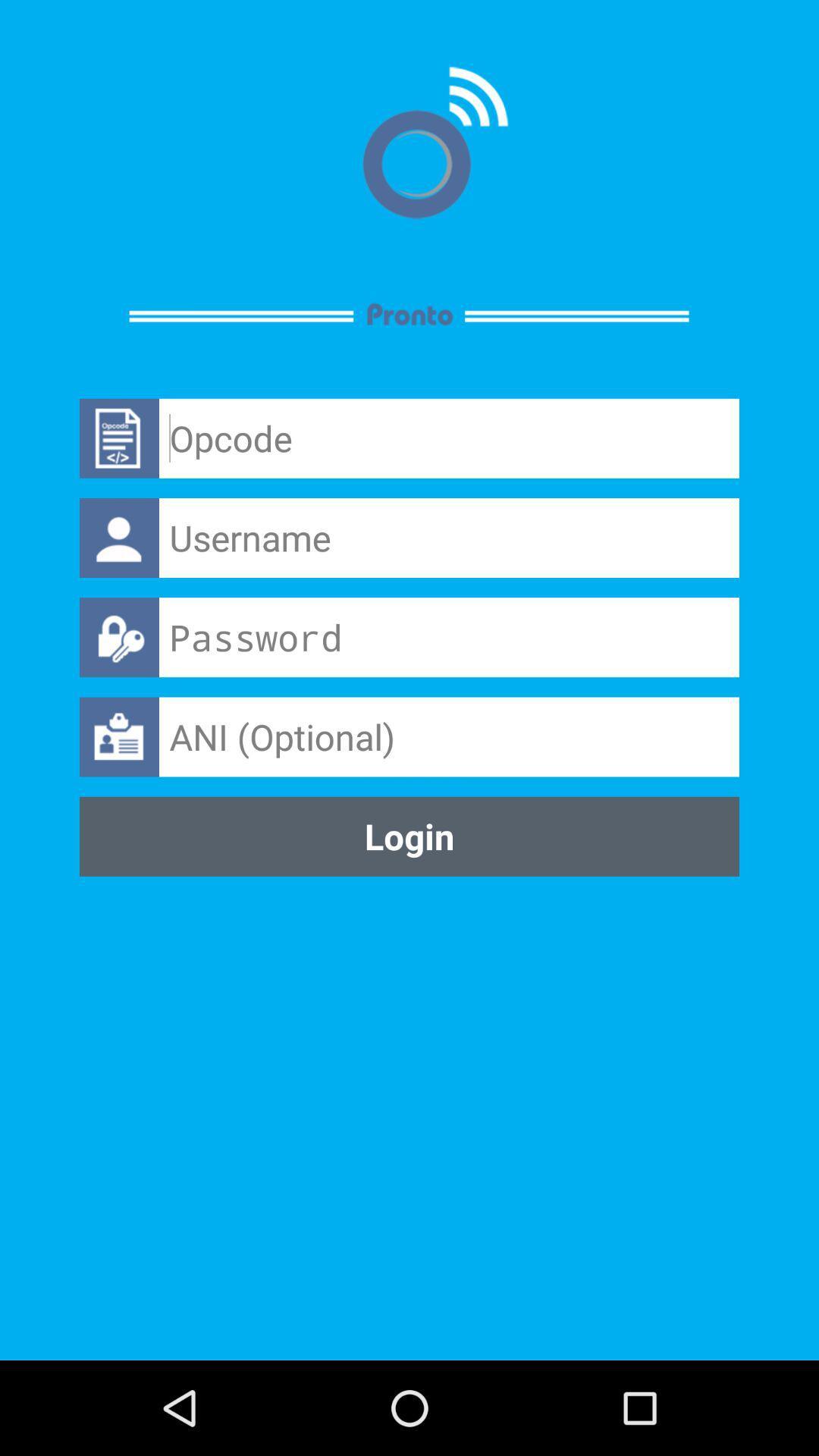 The height and width of the screenshot is (1456, 819). Describe the element at coordinates (448, 637) in the screenshot. I see `password` at that location.